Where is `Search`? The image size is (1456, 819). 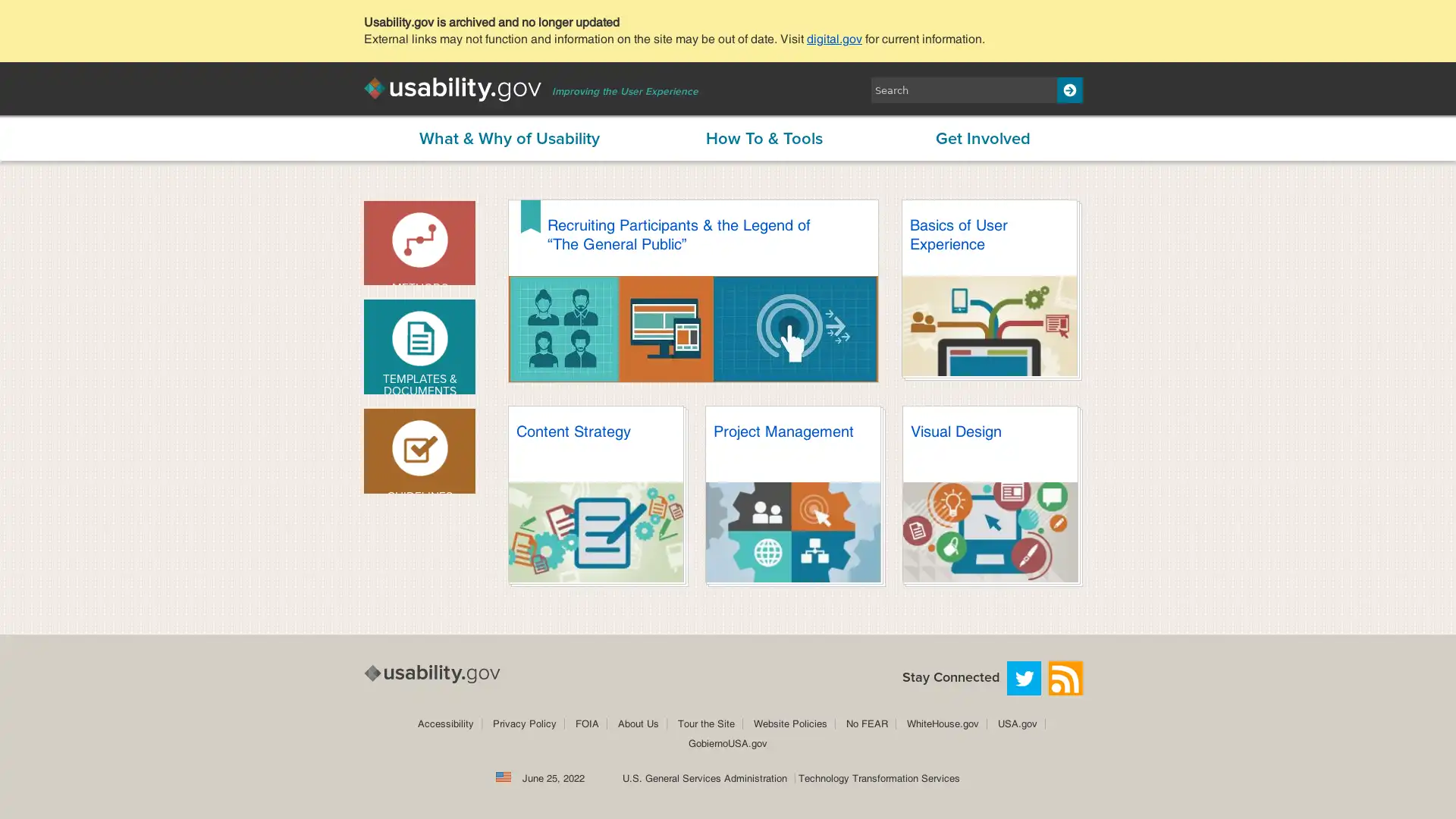
Search is located at coordinates (1069, 90).